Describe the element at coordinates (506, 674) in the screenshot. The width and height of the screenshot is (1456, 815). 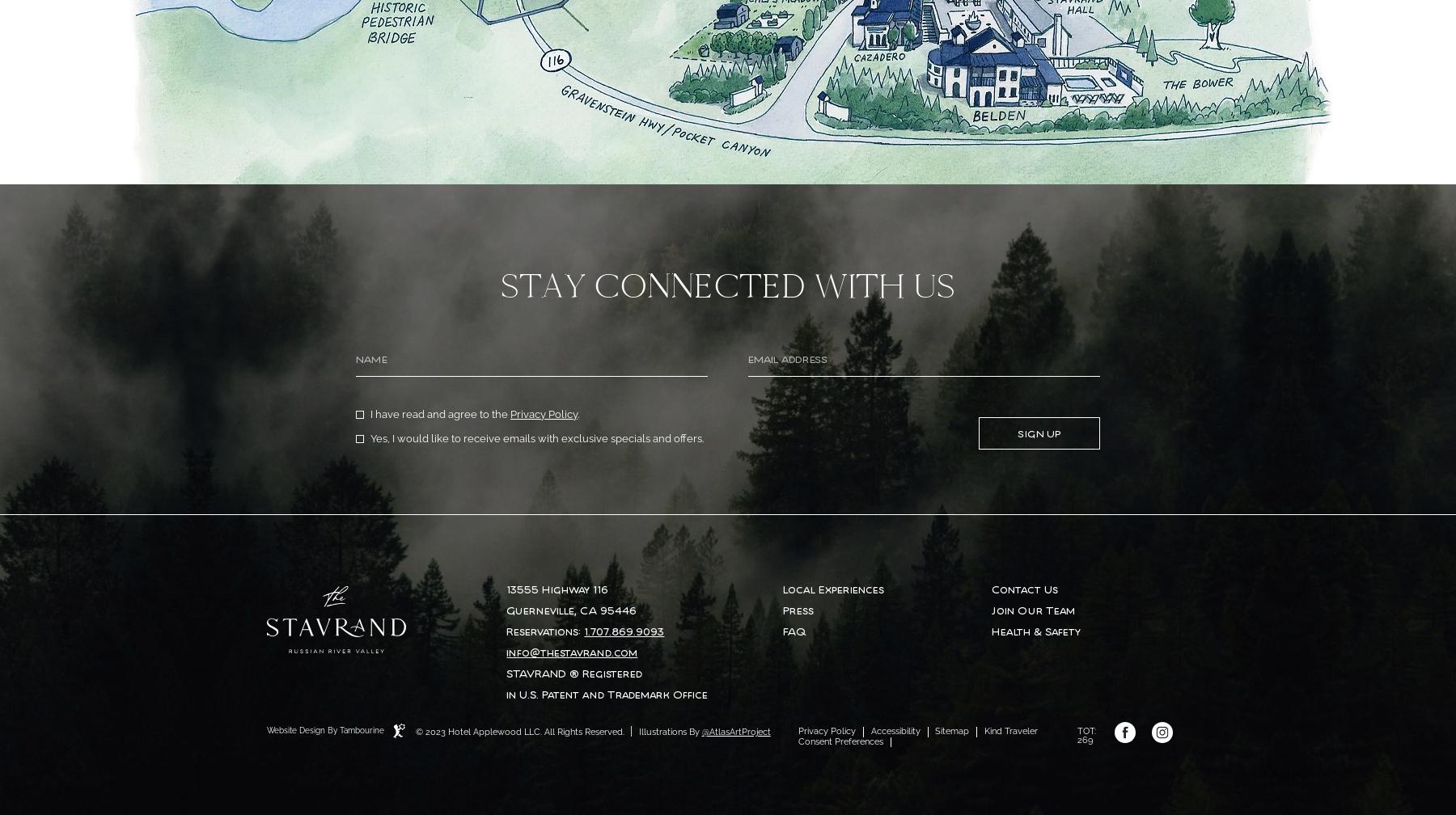
I see `'STAVRAND ® Registered'` at that location.